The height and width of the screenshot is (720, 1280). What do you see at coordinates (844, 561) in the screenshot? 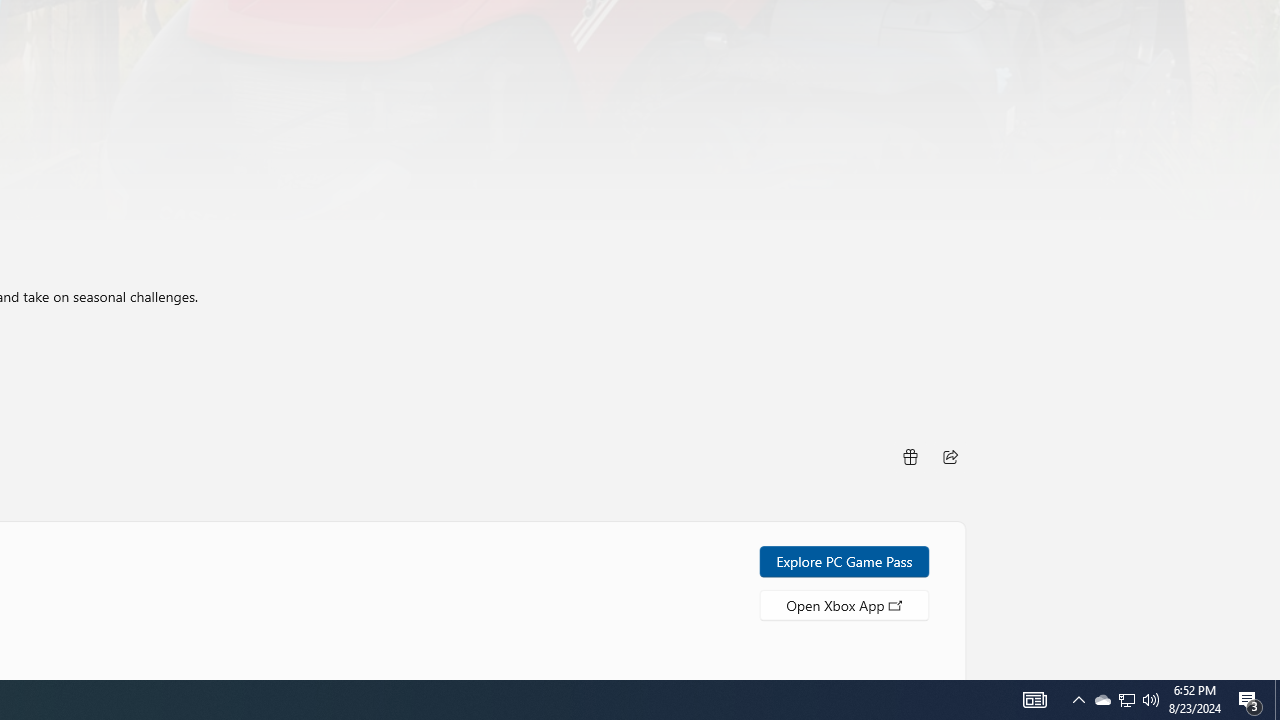
I see `'Explore PC Game Pass'` at bounding box center [844, 561].